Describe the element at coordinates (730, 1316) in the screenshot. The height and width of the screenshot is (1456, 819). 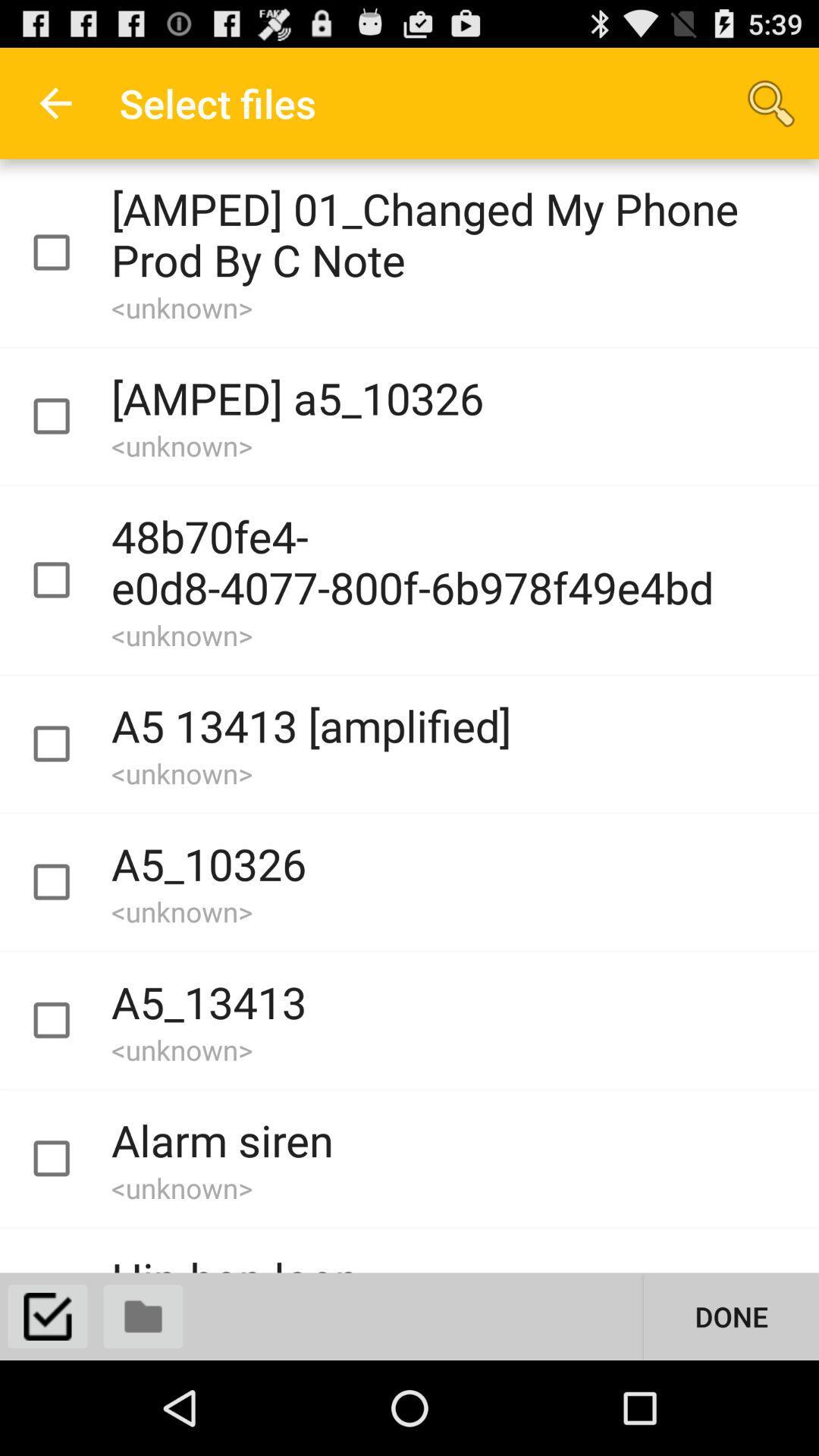
I see `the app below the 48b70fe4 e0d8 4077 icon` at that location.